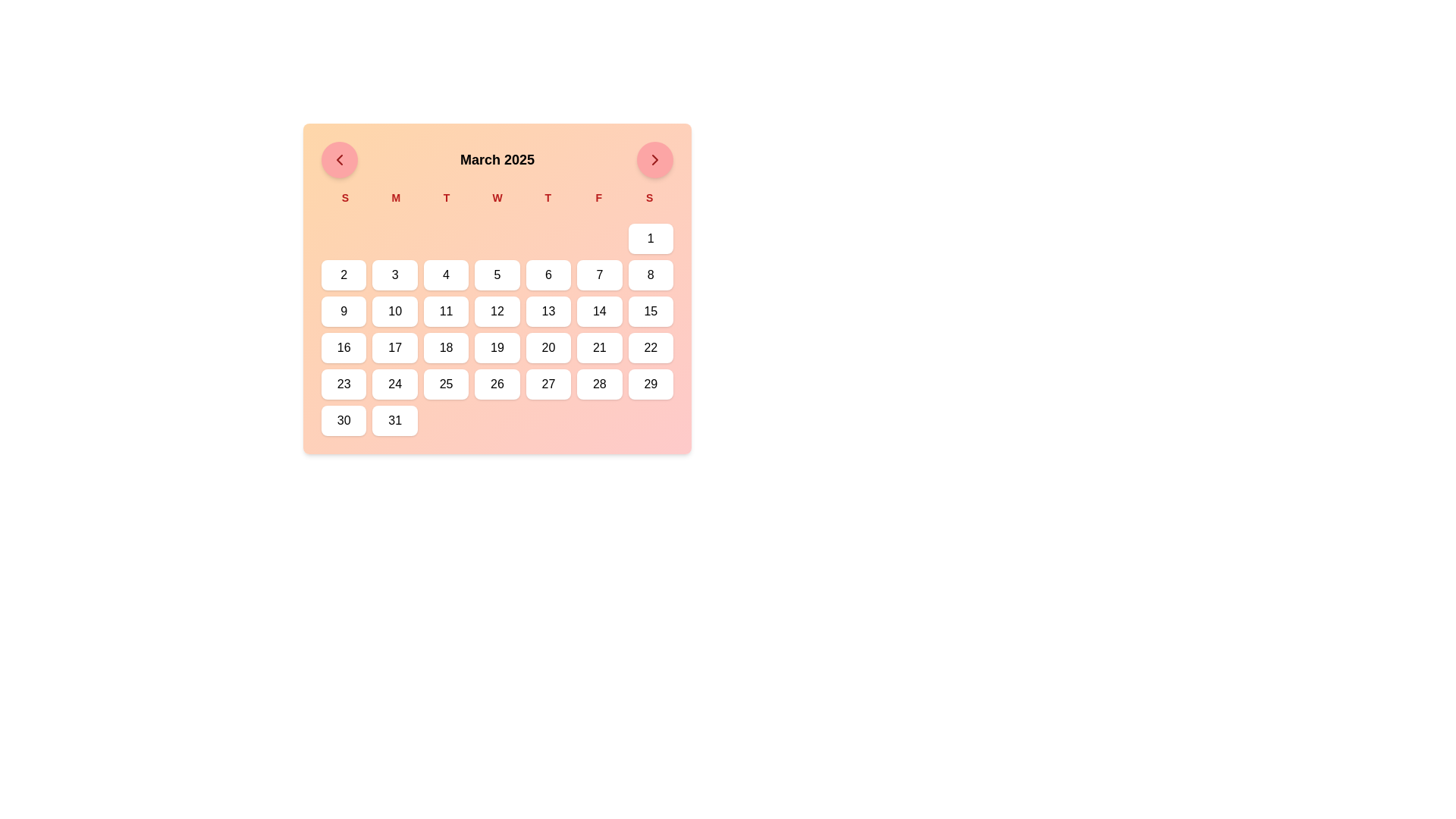 Image resolution: width=1456 pixels, height=819 pixels. I want to click on the bold red uppercase letter 'T' in the top section of the calendar, which is the fifth item in the row of day initials, positioned between 'W' and 'F', so click(547, 197).